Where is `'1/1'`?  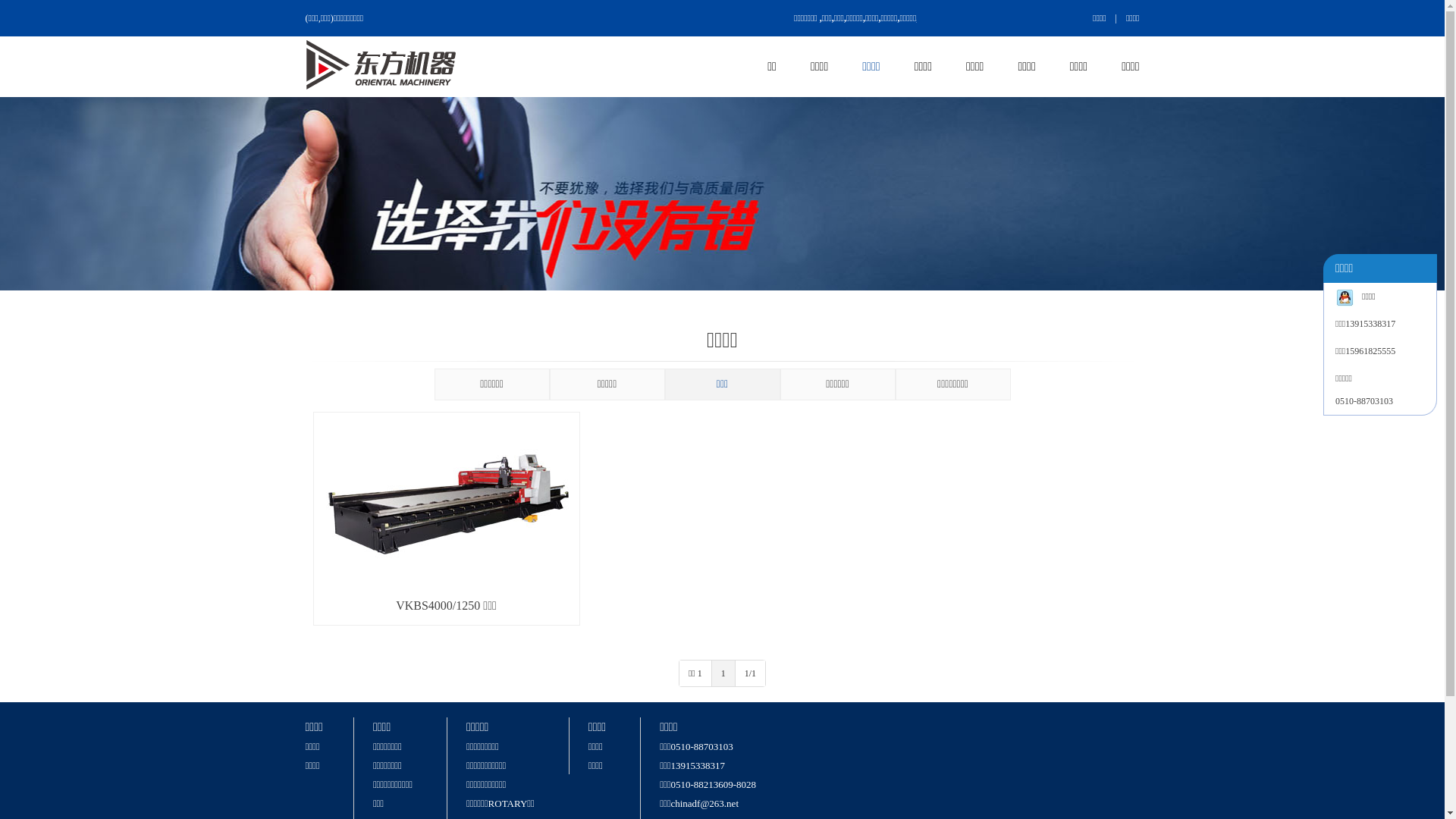
'1/1' is located at coordinates (750, 672).